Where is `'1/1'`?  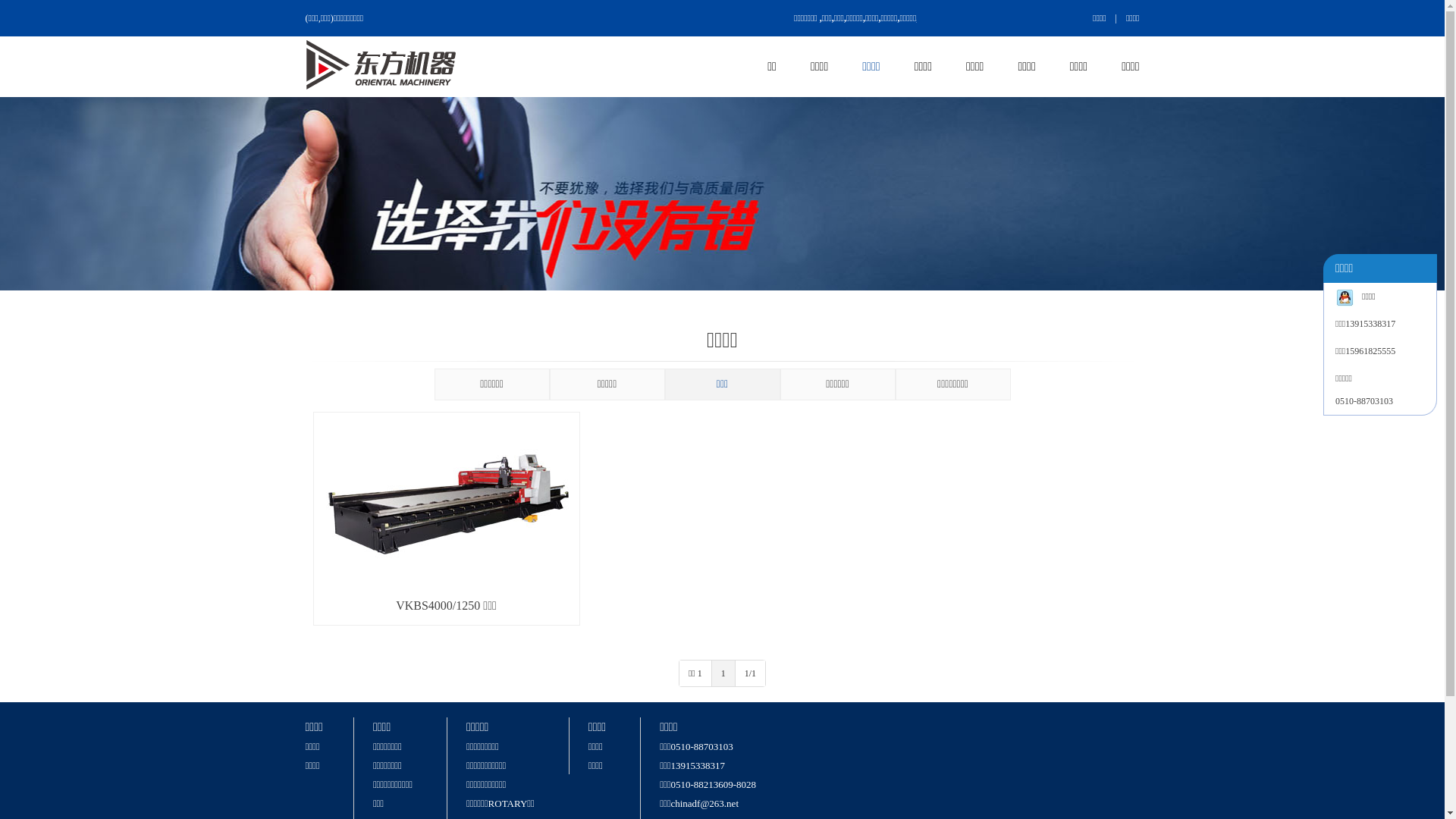
'1/1' is located at coordinates (750, 672).